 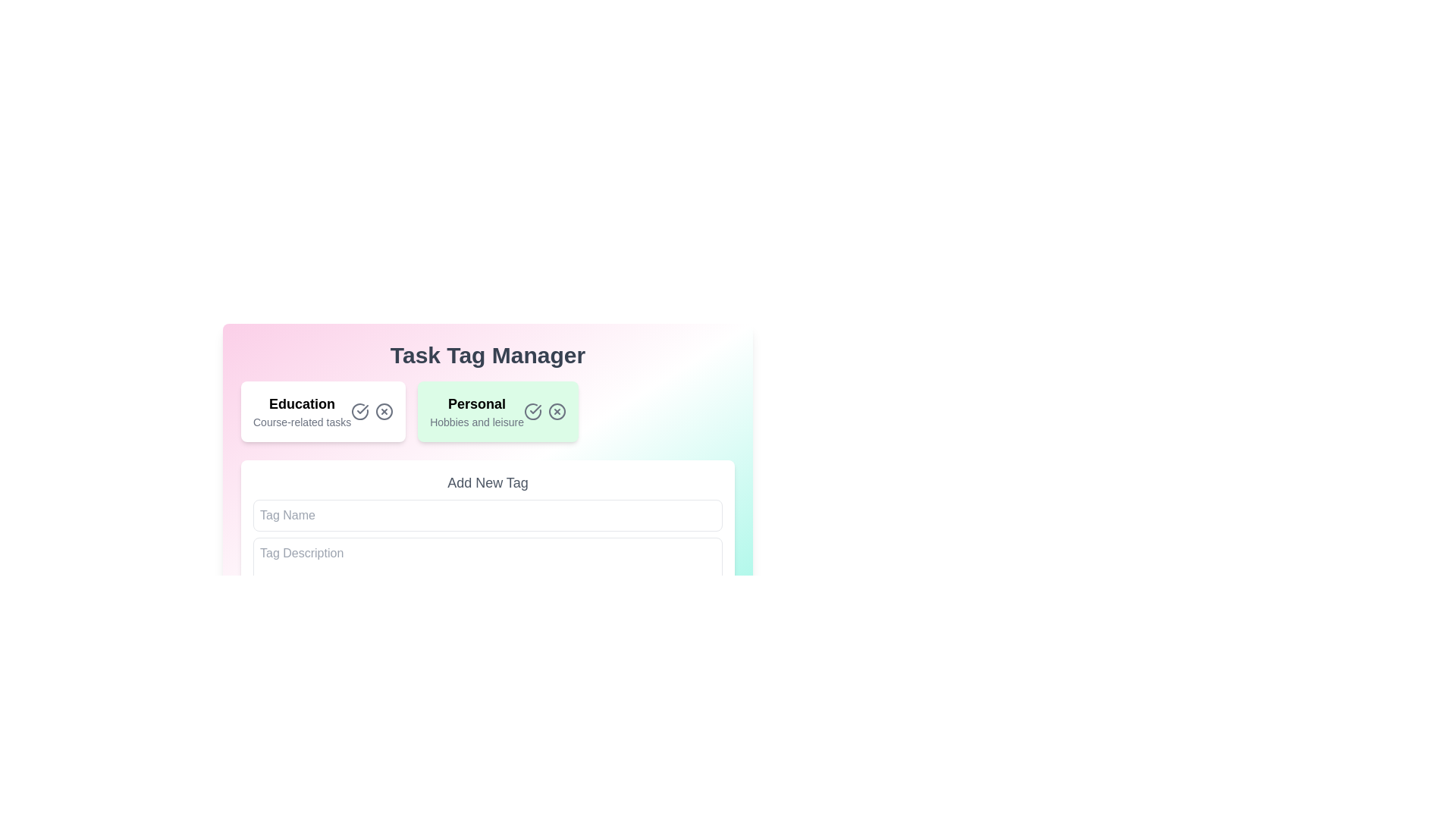 What do you see at coordinates (556, 412) in the screenshot?
I see `the delete button associated with the 'Personal' tag` at bounding box center [556, 412].